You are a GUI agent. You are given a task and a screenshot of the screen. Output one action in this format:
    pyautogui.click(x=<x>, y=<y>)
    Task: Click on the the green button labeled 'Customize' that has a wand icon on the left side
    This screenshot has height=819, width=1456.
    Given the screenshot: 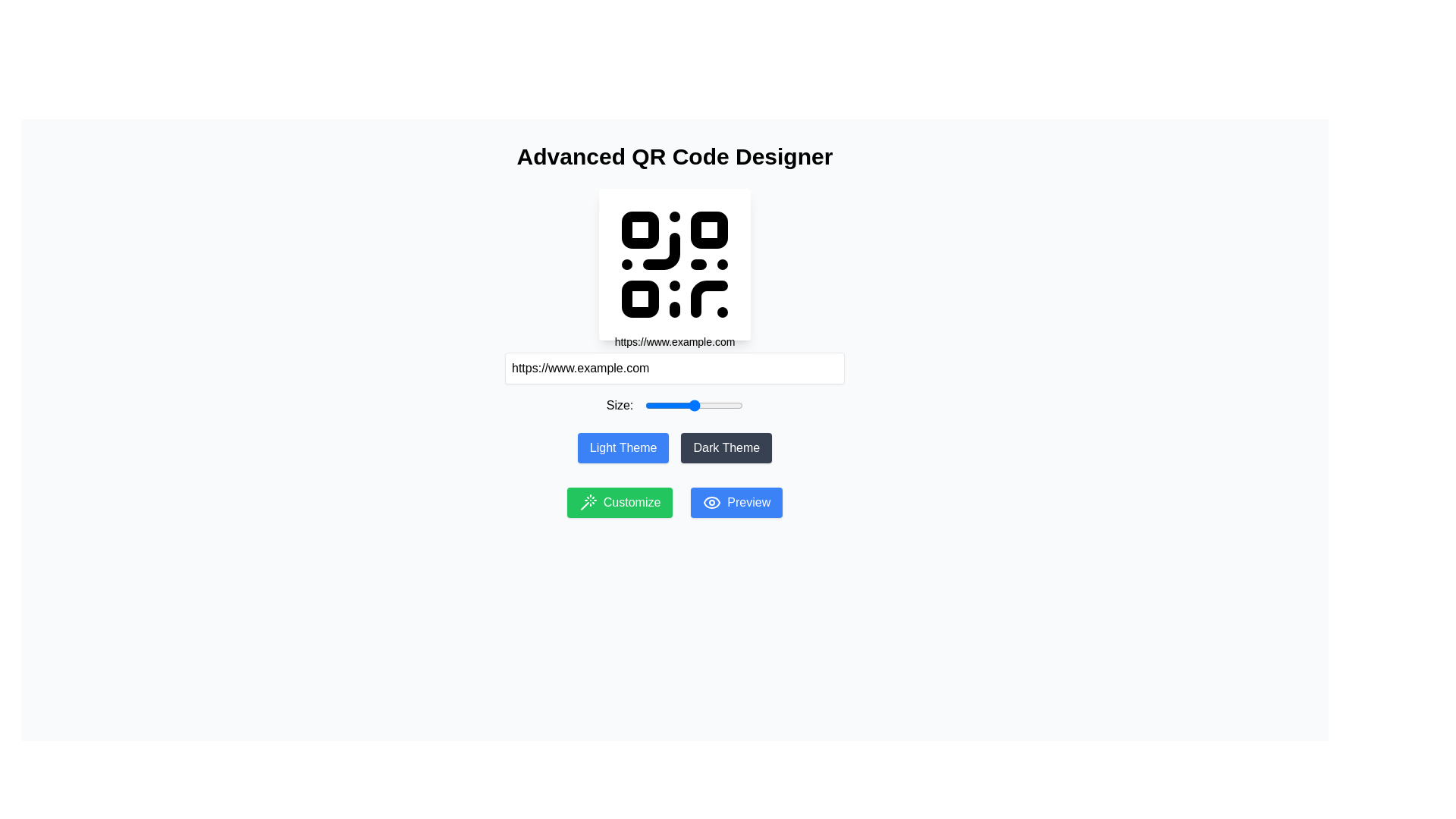 What is the action you would take?
    pyautogui.click(x=587, y=503)
    